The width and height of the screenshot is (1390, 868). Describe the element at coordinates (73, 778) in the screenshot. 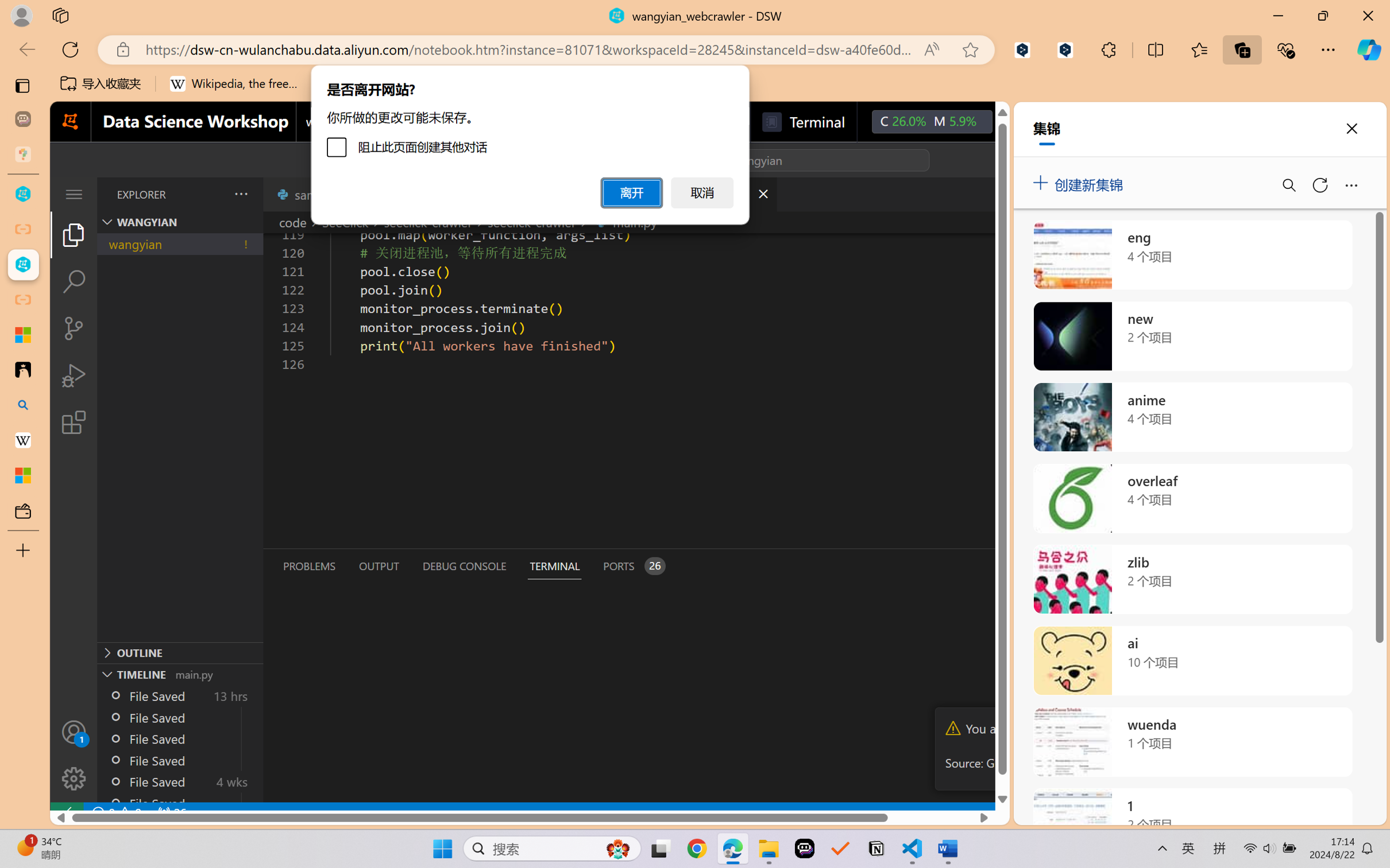

I see `'Manage'` at that location.